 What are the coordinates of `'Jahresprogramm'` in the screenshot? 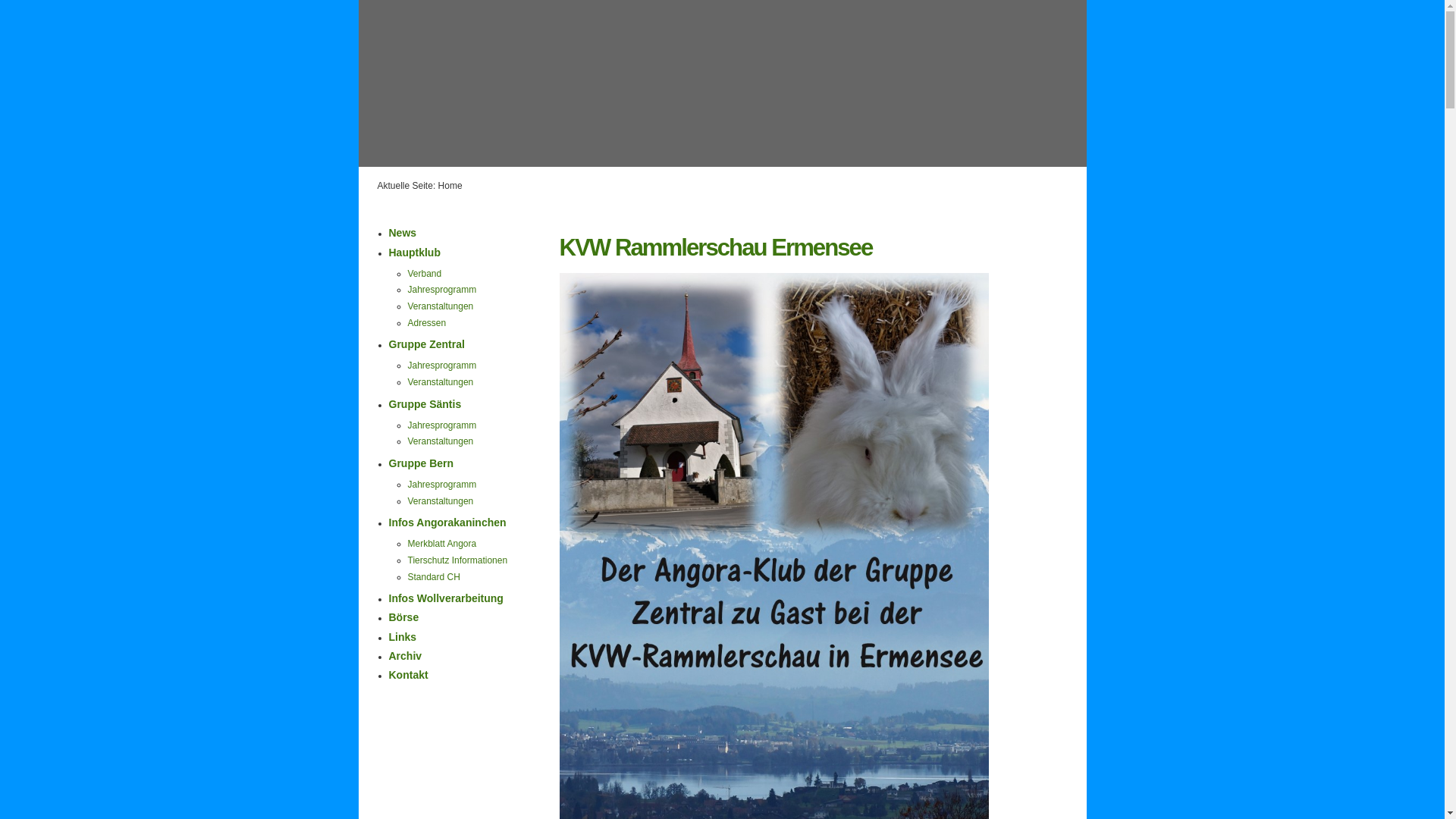 It's located at (441, 485).